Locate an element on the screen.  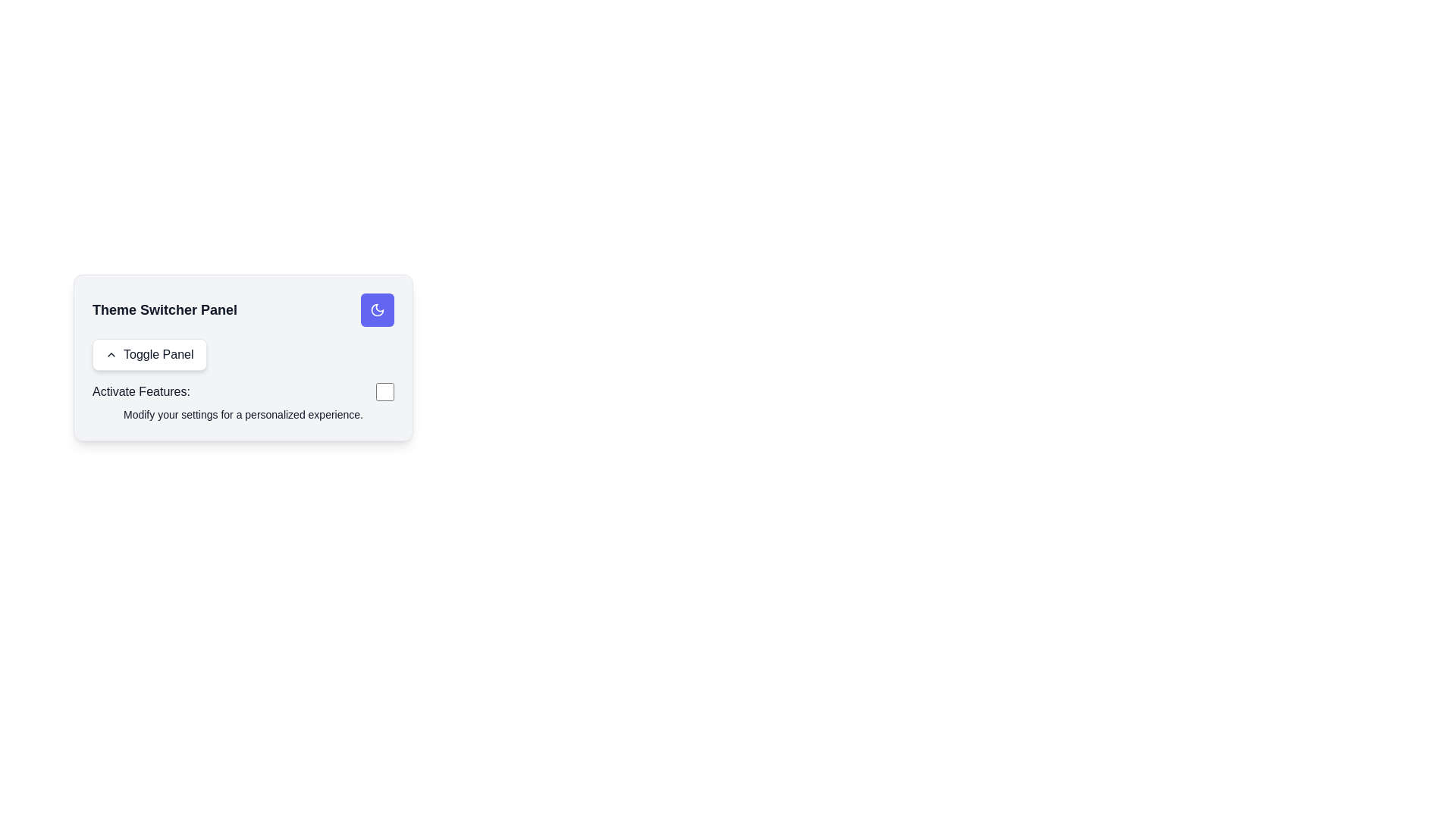
the icon embedded within the indigo-colored button located at the top-right corner of the 'Theme Switcher Panel' for interactive feedback is located at coordinates (378, 309).